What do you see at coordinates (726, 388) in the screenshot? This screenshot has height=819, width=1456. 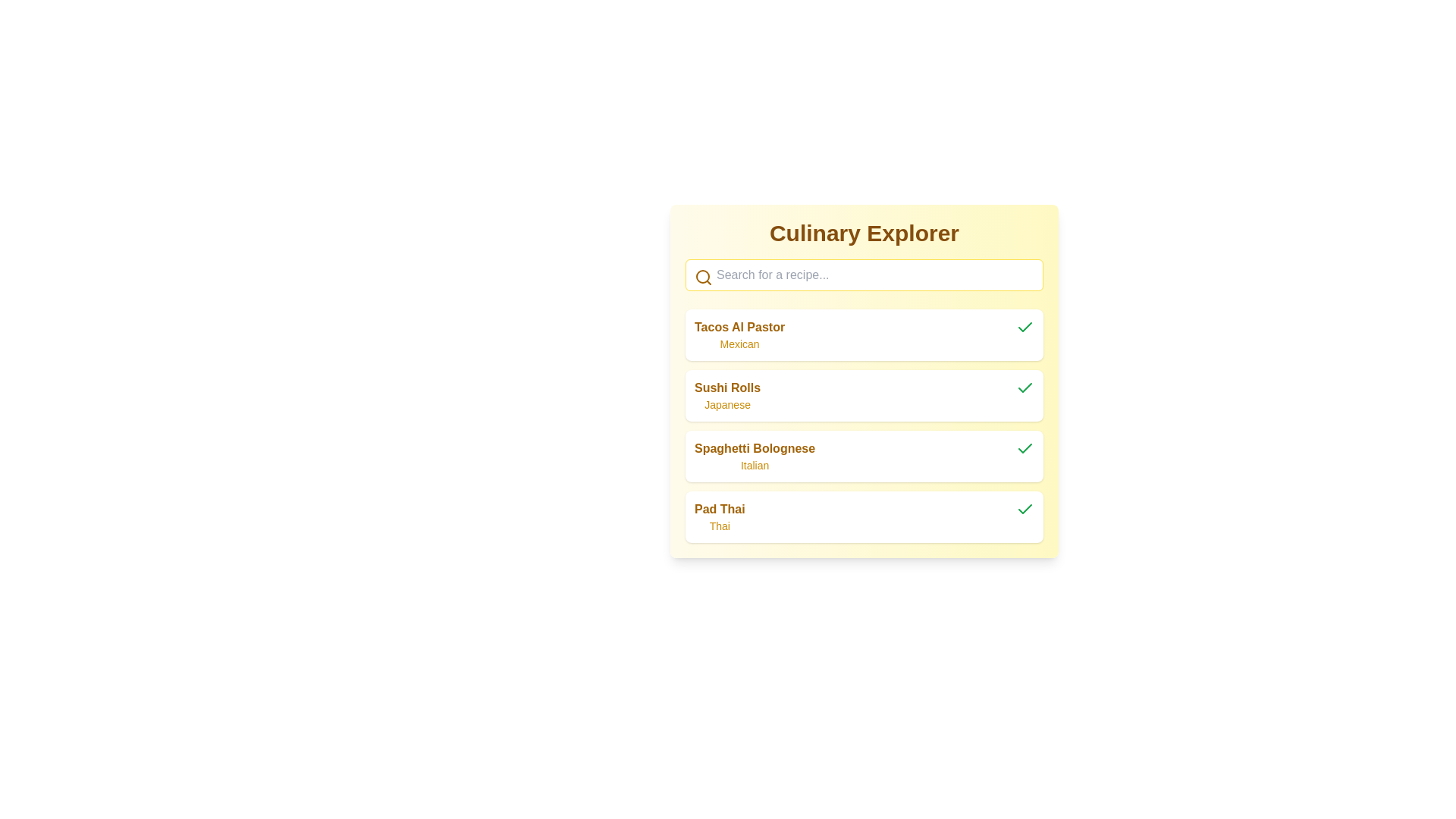 I see `the text label displaying 'Sushi Rolls' in bold font, which is visually prominent against a light background, located above the 'Japanese' text element` at bounding box center [726, 388].